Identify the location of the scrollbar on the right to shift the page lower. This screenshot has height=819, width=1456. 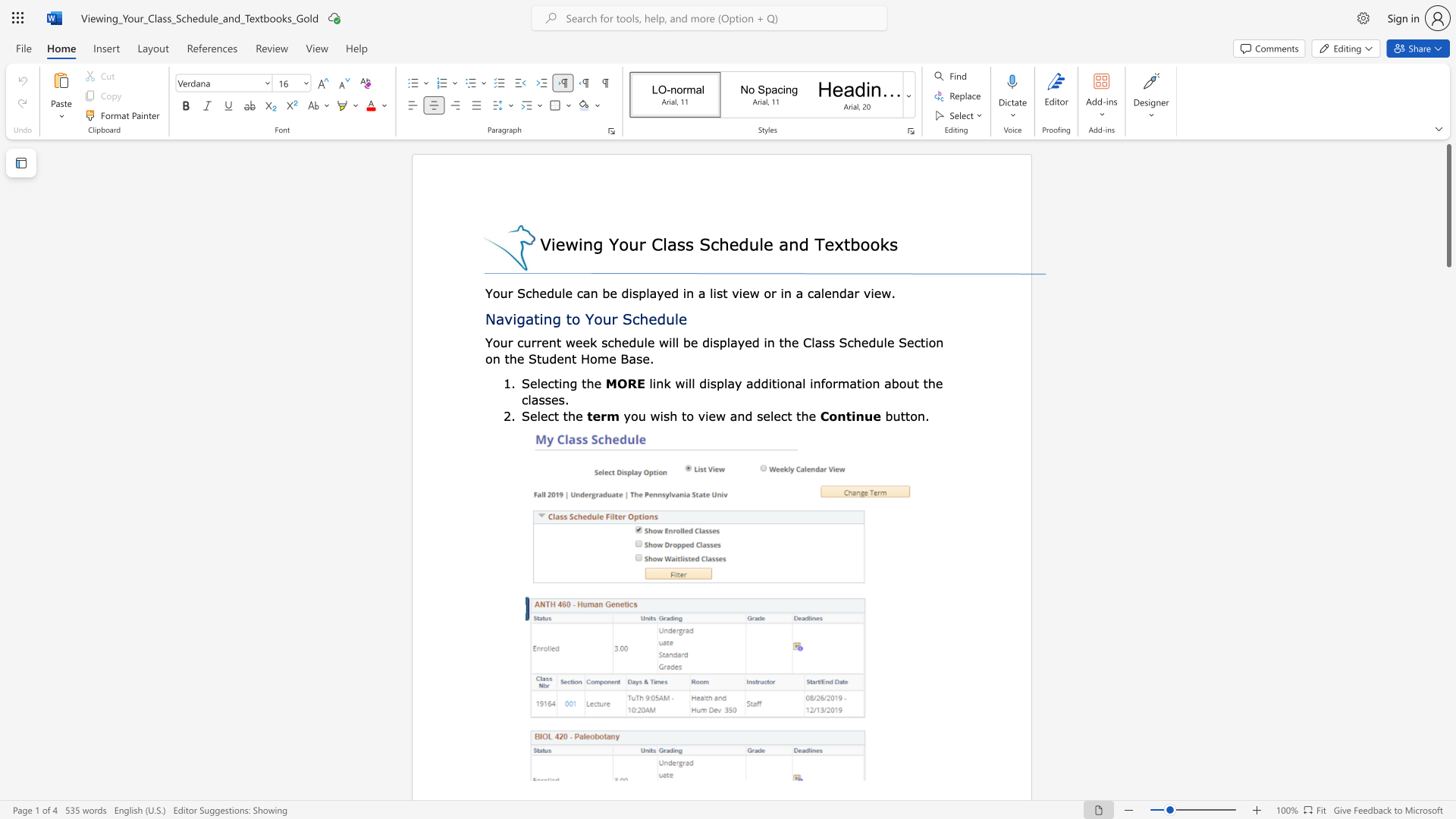
(1448, 651).